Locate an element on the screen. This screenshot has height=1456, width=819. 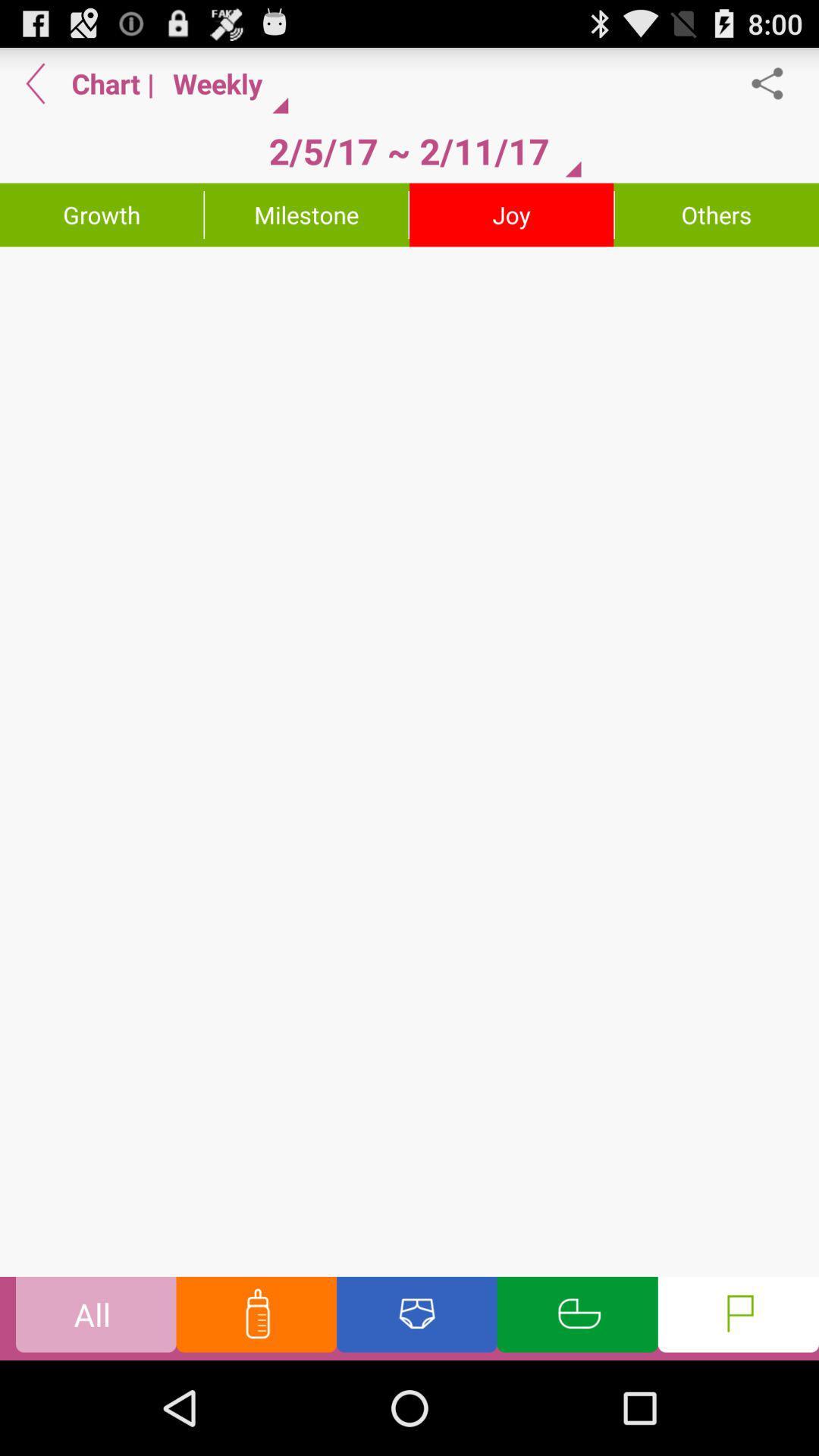
milestone icon is located at coordinates (306, 214).